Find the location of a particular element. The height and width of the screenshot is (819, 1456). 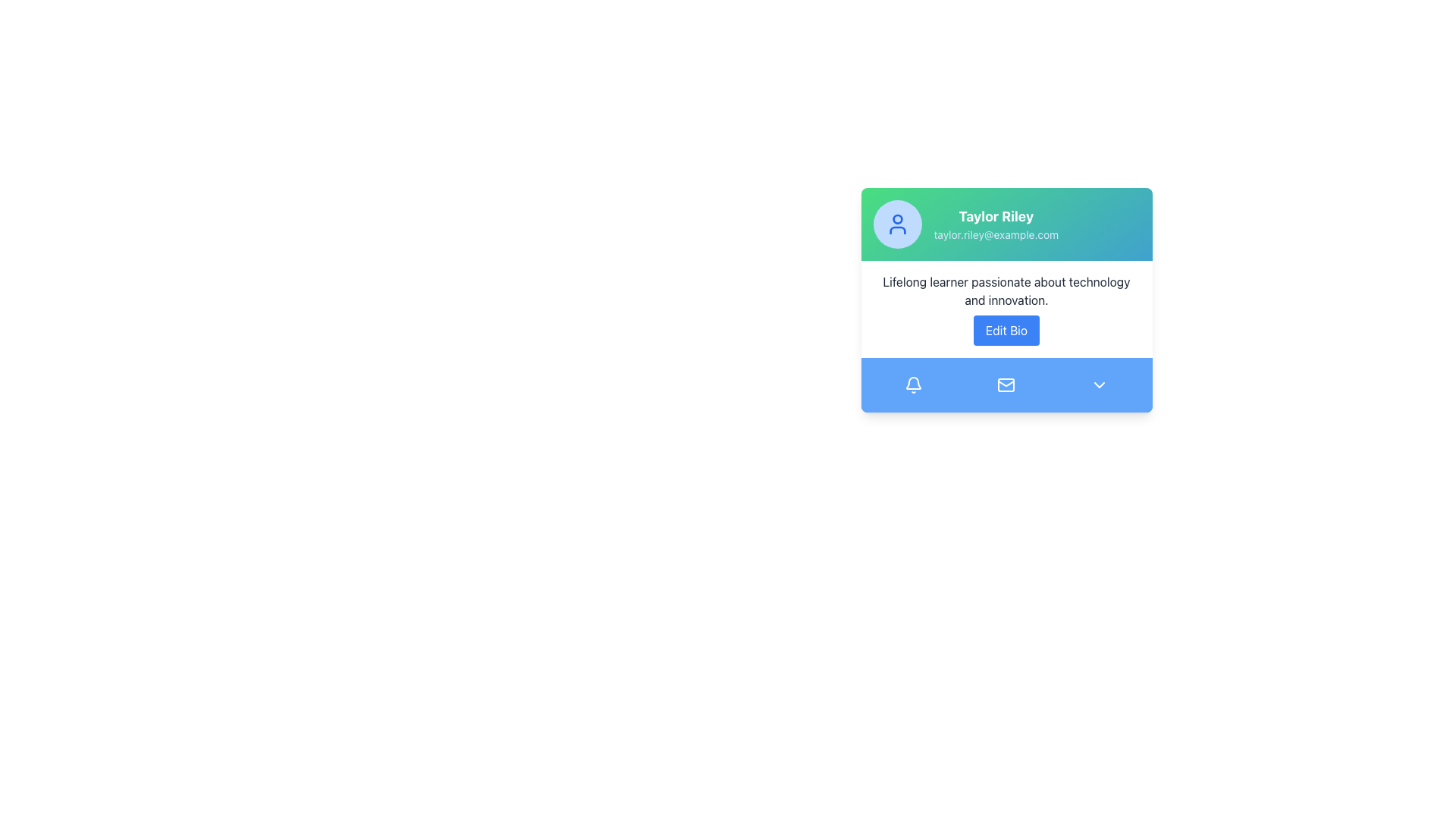

the envelope icon button, which has a white outline on a blue background is located at coordinates (1006, 384).